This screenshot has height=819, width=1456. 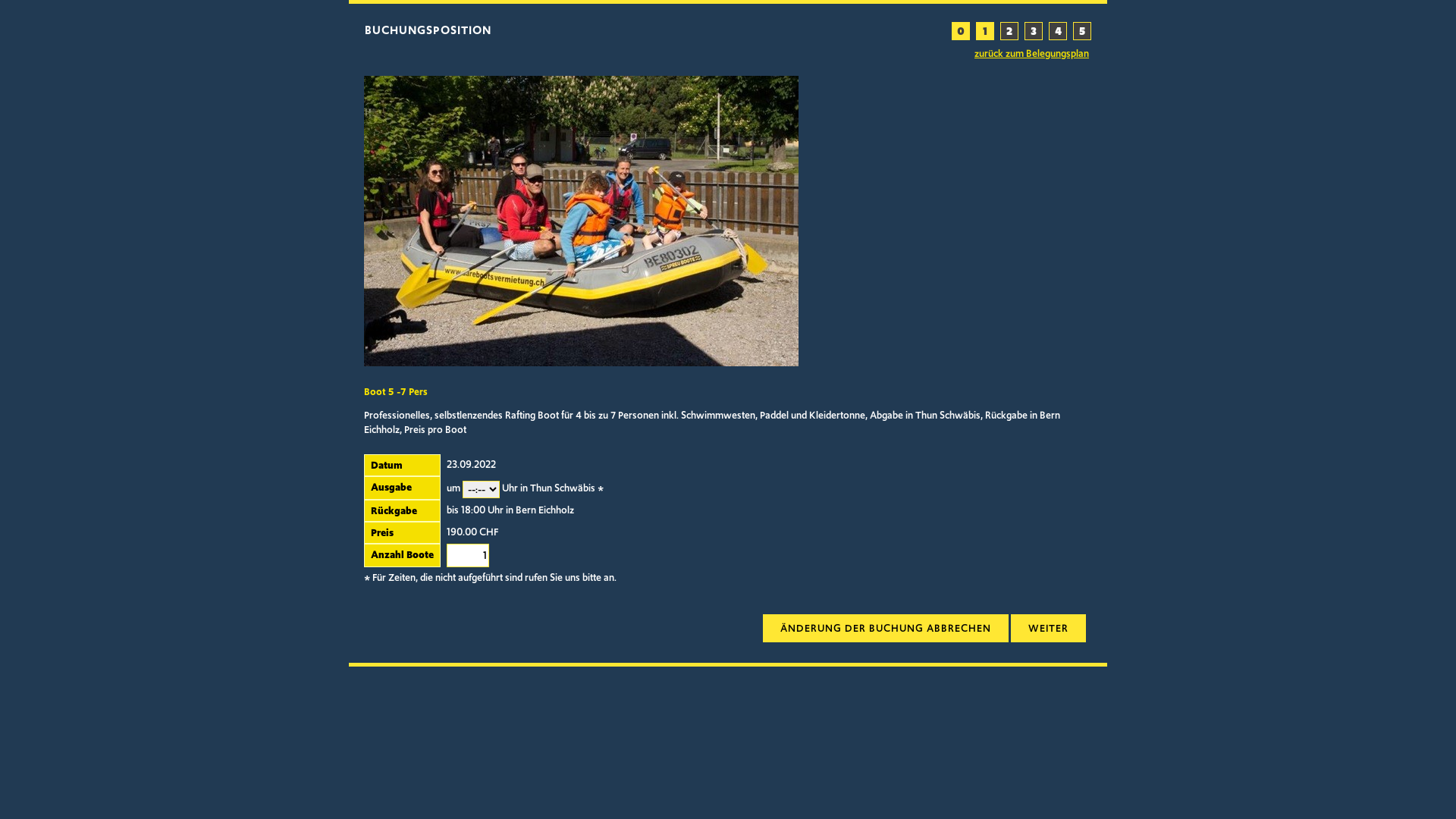 I want to click on 'weiter', so click(x=1011, y=628).